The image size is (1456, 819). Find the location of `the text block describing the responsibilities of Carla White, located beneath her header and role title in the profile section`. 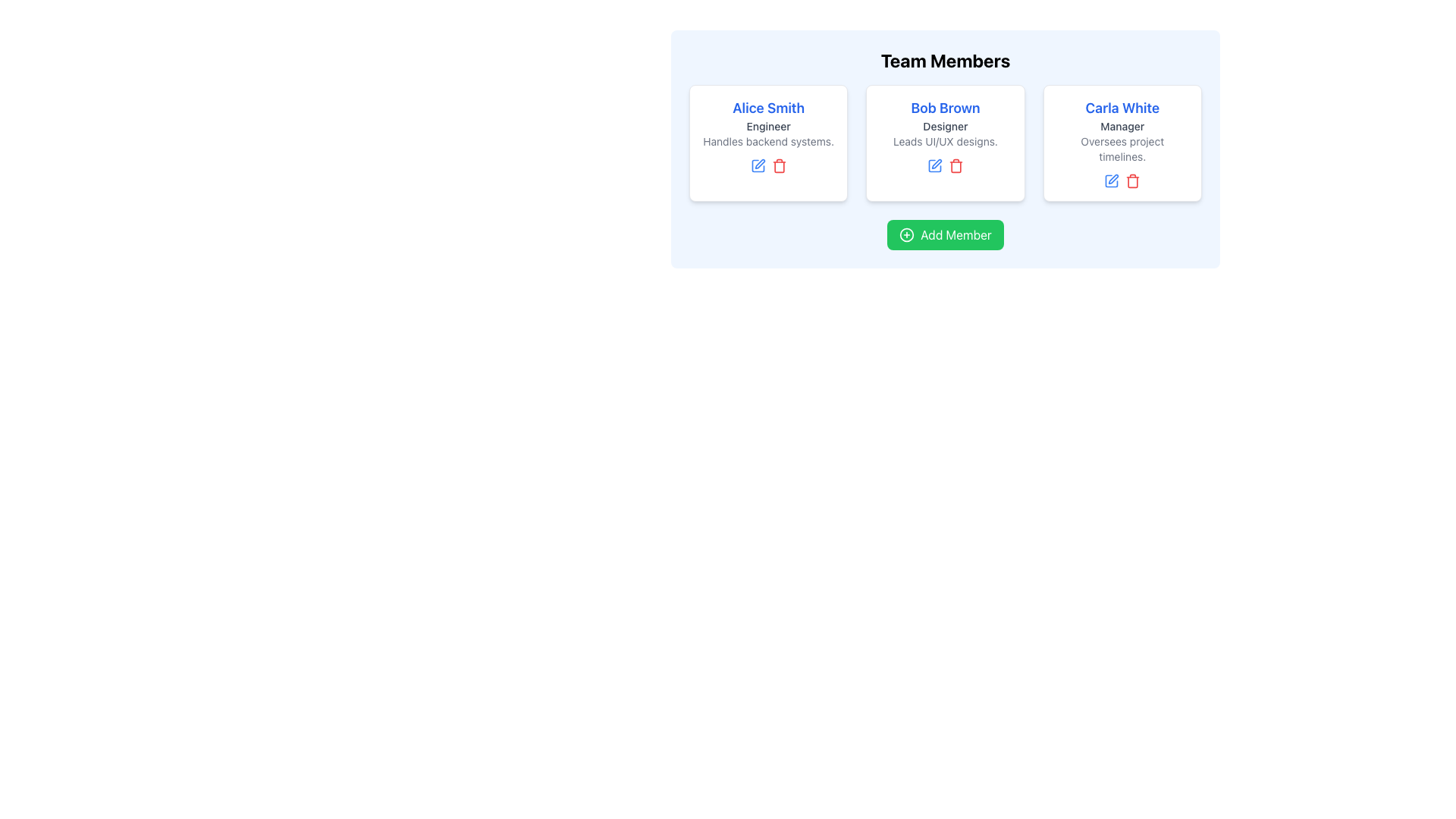

the text block describing the responsibilities of Carla White, located beneath her header and role title in the profile section is located at coordinates (1122, 149).